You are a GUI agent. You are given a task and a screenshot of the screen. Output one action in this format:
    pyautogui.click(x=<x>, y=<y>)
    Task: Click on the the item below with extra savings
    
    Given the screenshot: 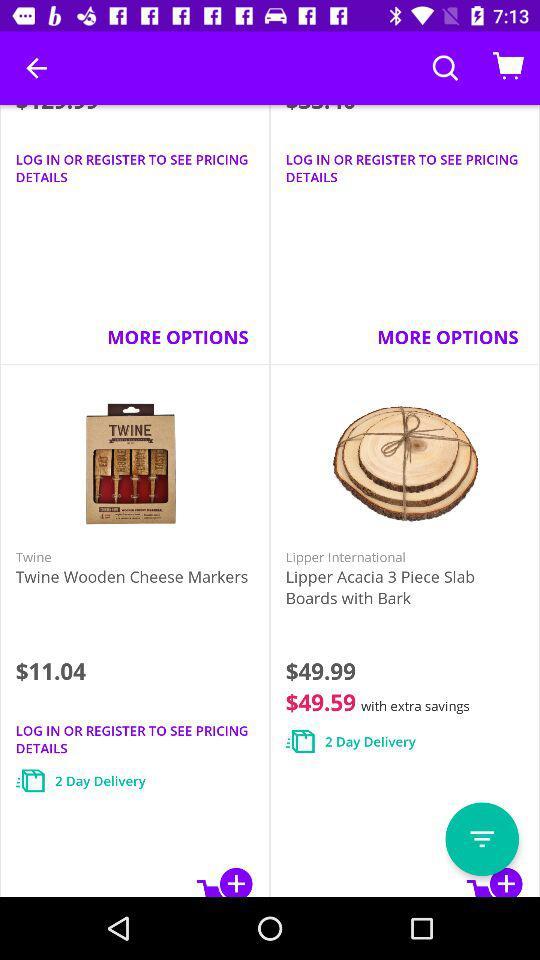 What is the action you would take?
    pyautogui.click(x=481, y=839)
    